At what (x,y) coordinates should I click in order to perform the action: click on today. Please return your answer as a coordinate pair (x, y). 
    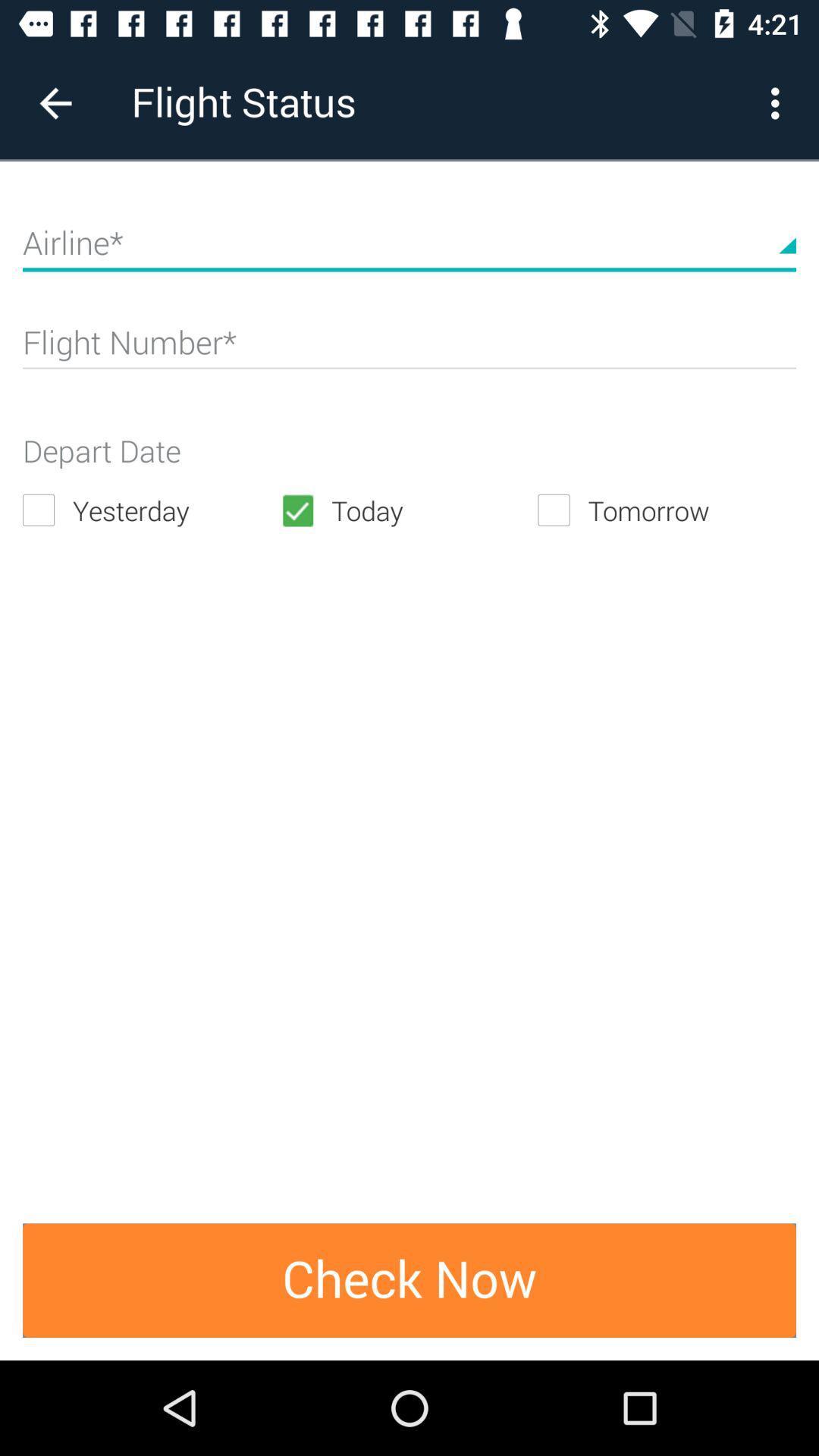
    Looking at the image, I should click on (408, 510).